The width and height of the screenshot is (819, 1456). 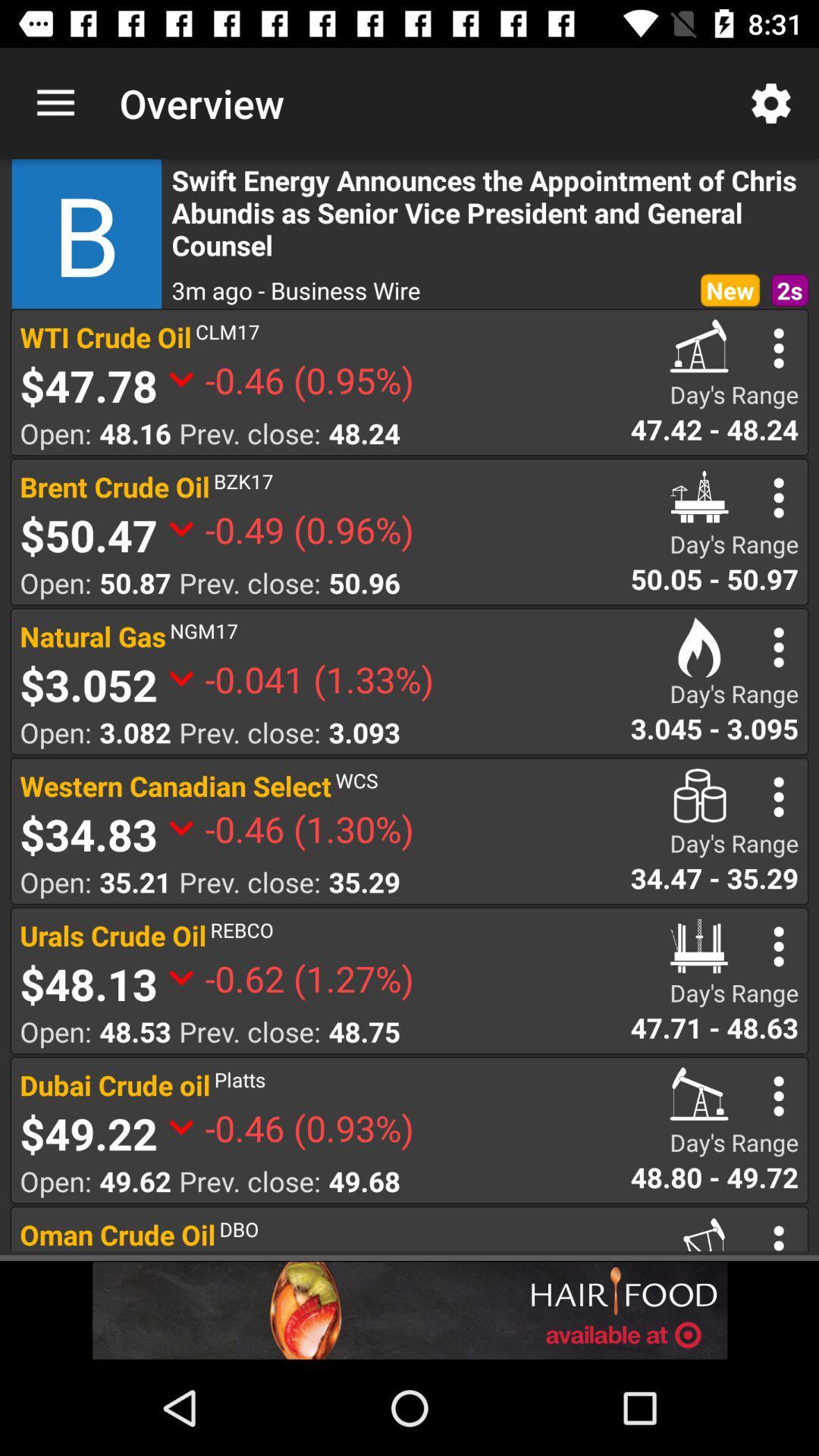 I want to click on open status, so click(x=779, y=347).